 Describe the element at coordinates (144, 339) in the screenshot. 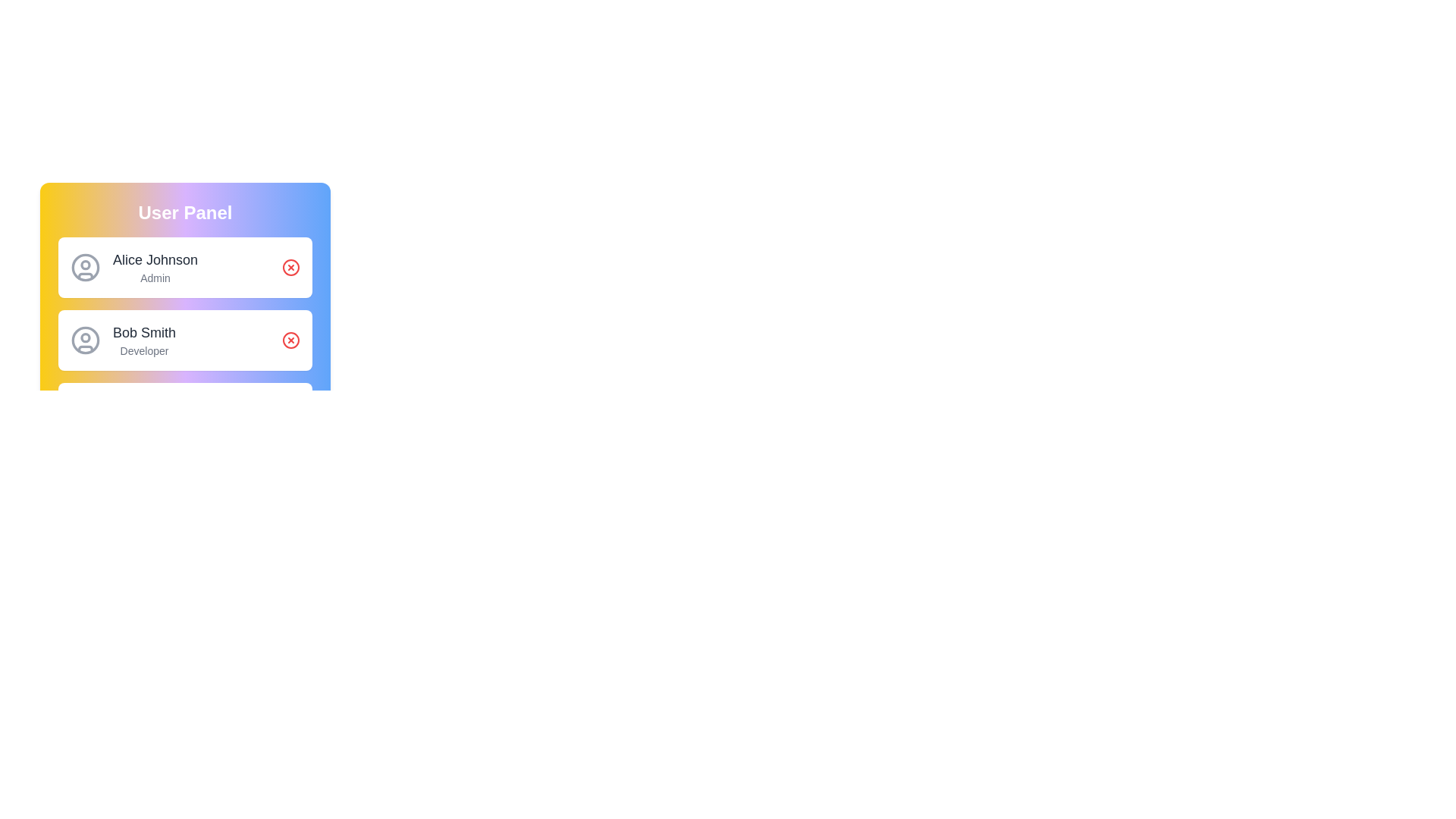

I see `the text block containing 'Bob Smith' and 'Developer', which is located within a white rounded rectangle card, positioned below another card with 'Alice Johnson Admin'` at that location.